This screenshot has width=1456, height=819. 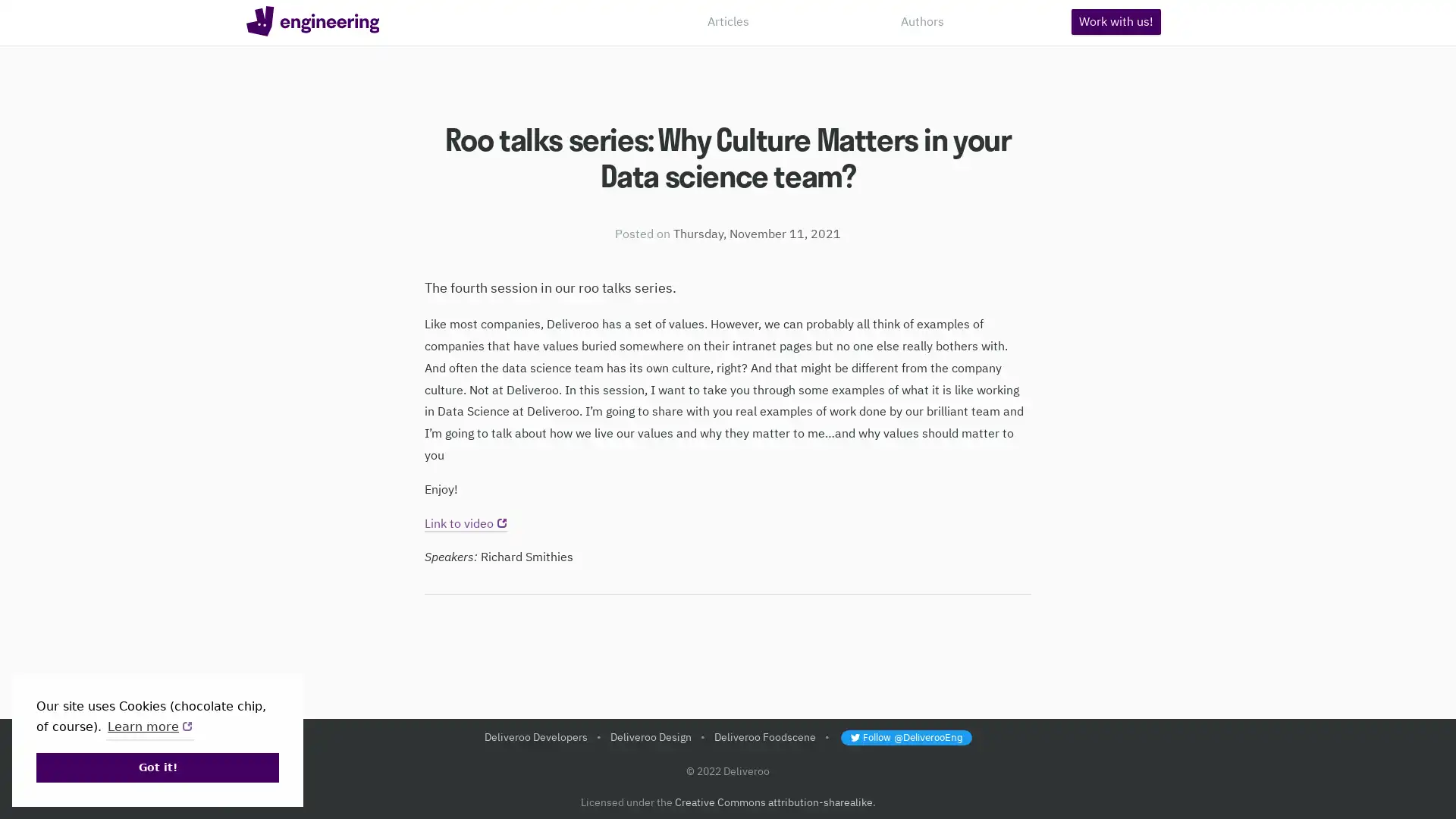 What do you see at coordinates (149, 727) in the screenshot?
I see `learn more about cookies` at bounding box center [149, 727].